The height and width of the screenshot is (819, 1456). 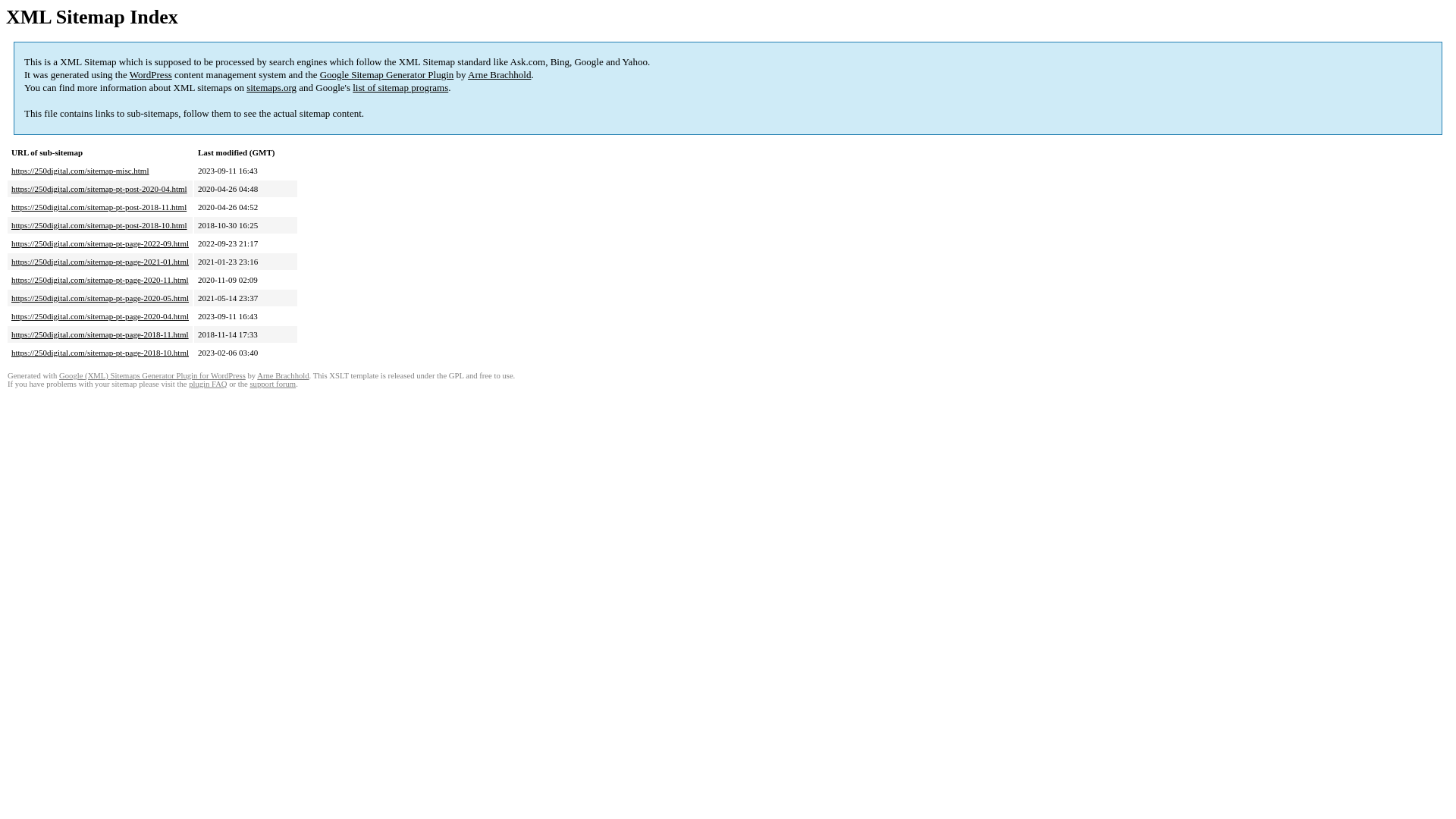 I want to click on 'https://250digital.com/sitemap-pt-post-2020-04.html', so click(x=98, y=188).